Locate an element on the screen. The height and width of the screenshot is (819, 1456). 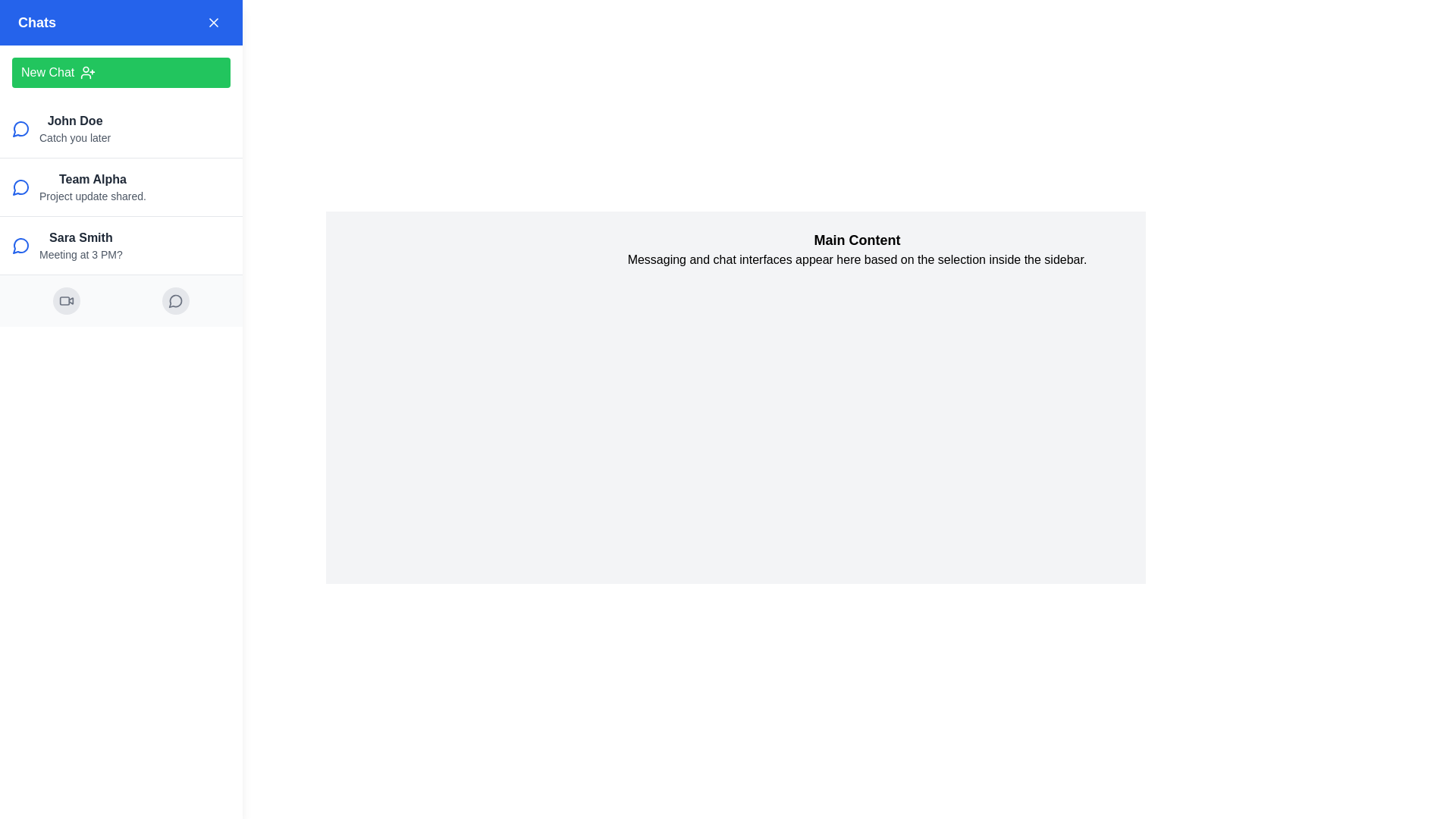
the bold text label displaying 'John Doe' in the left sidebar, which is located above the subtitle 'Catch you later' is located at coordinates (74, 120).